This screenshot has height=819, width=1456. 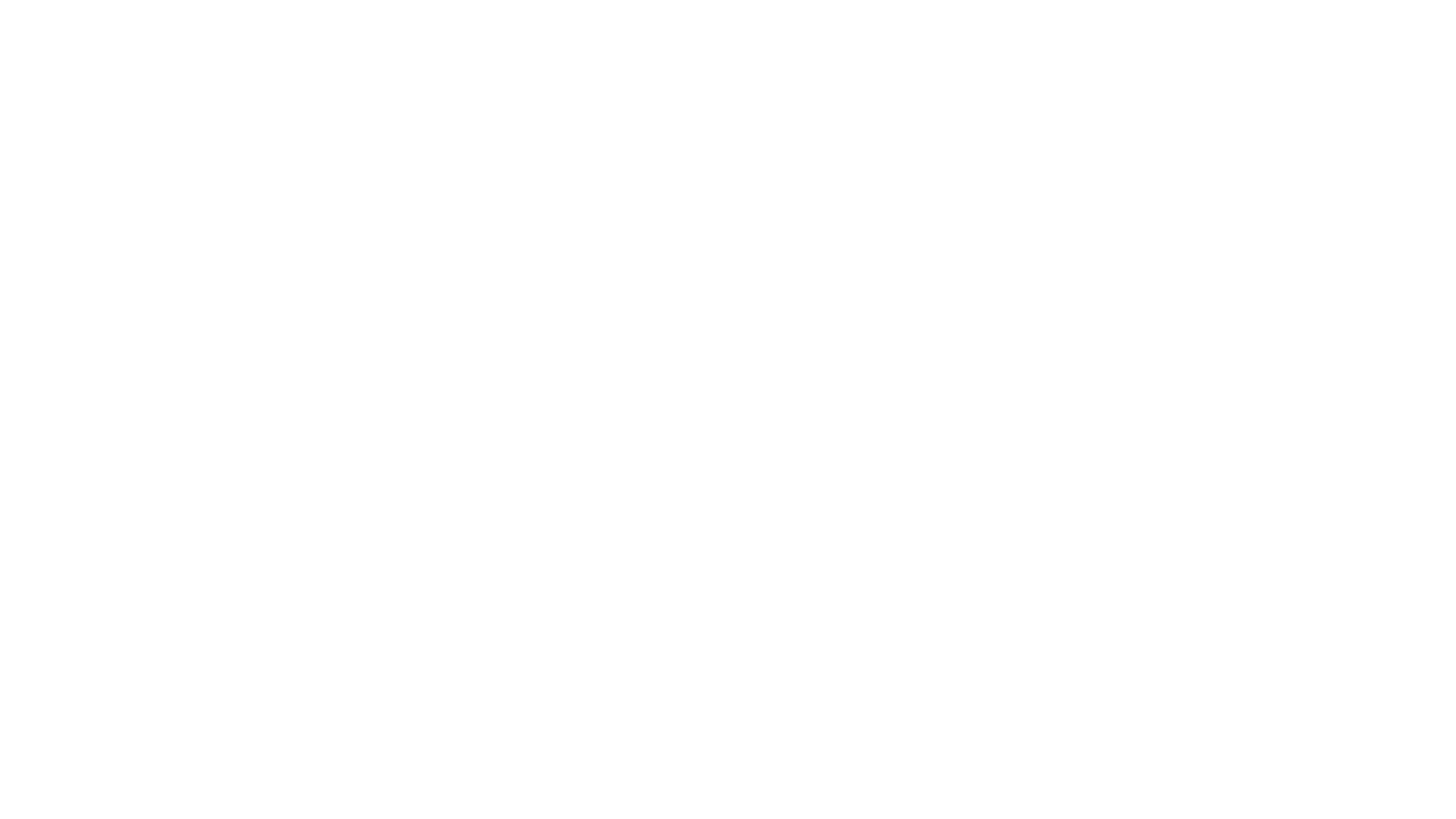 I want to click on BACK TO EPISODES, so click(x=340, y=148).